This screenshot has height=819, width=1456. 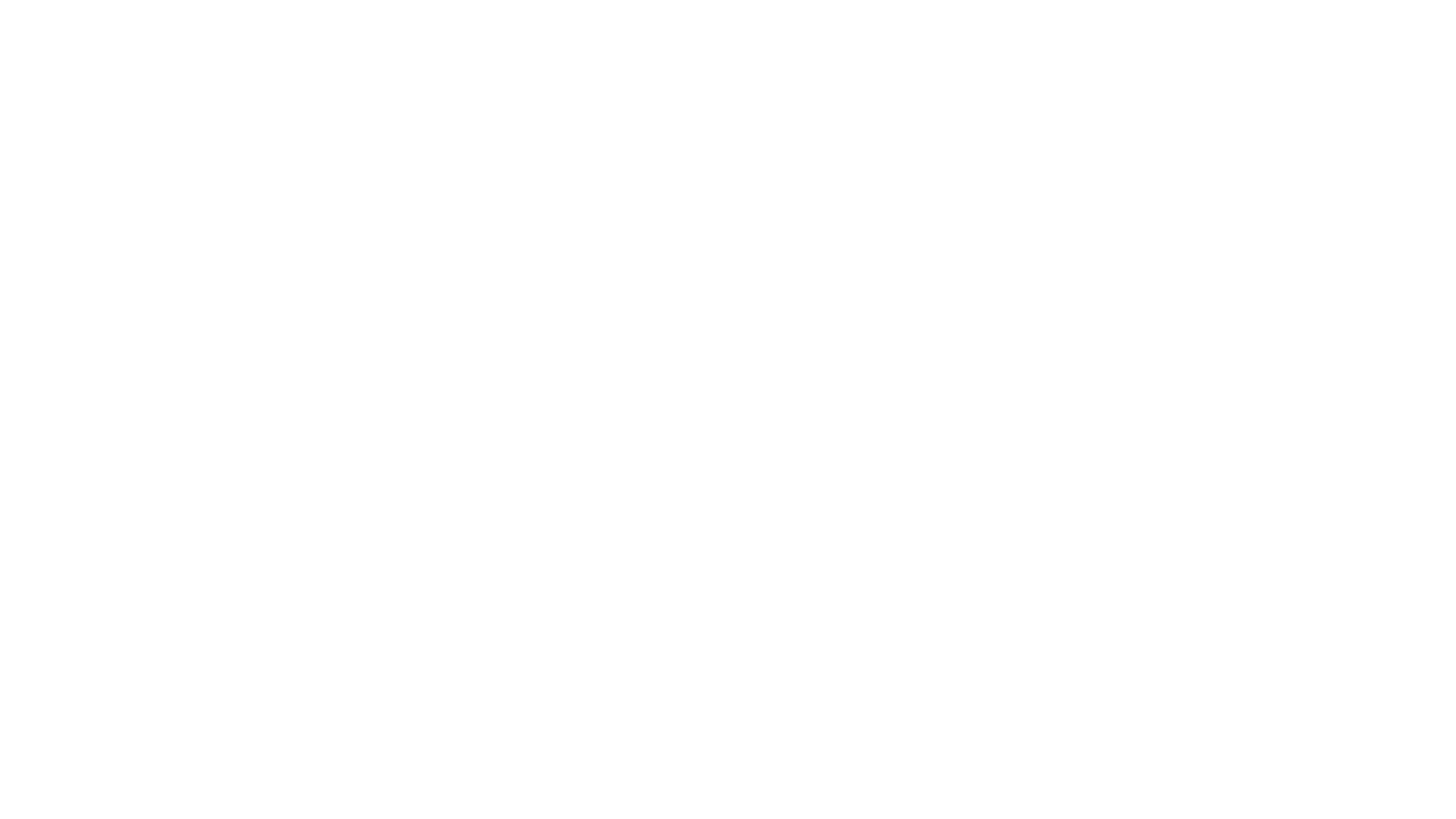 I want to click on BACK TO EPISODES, so click(x=340, y=148).